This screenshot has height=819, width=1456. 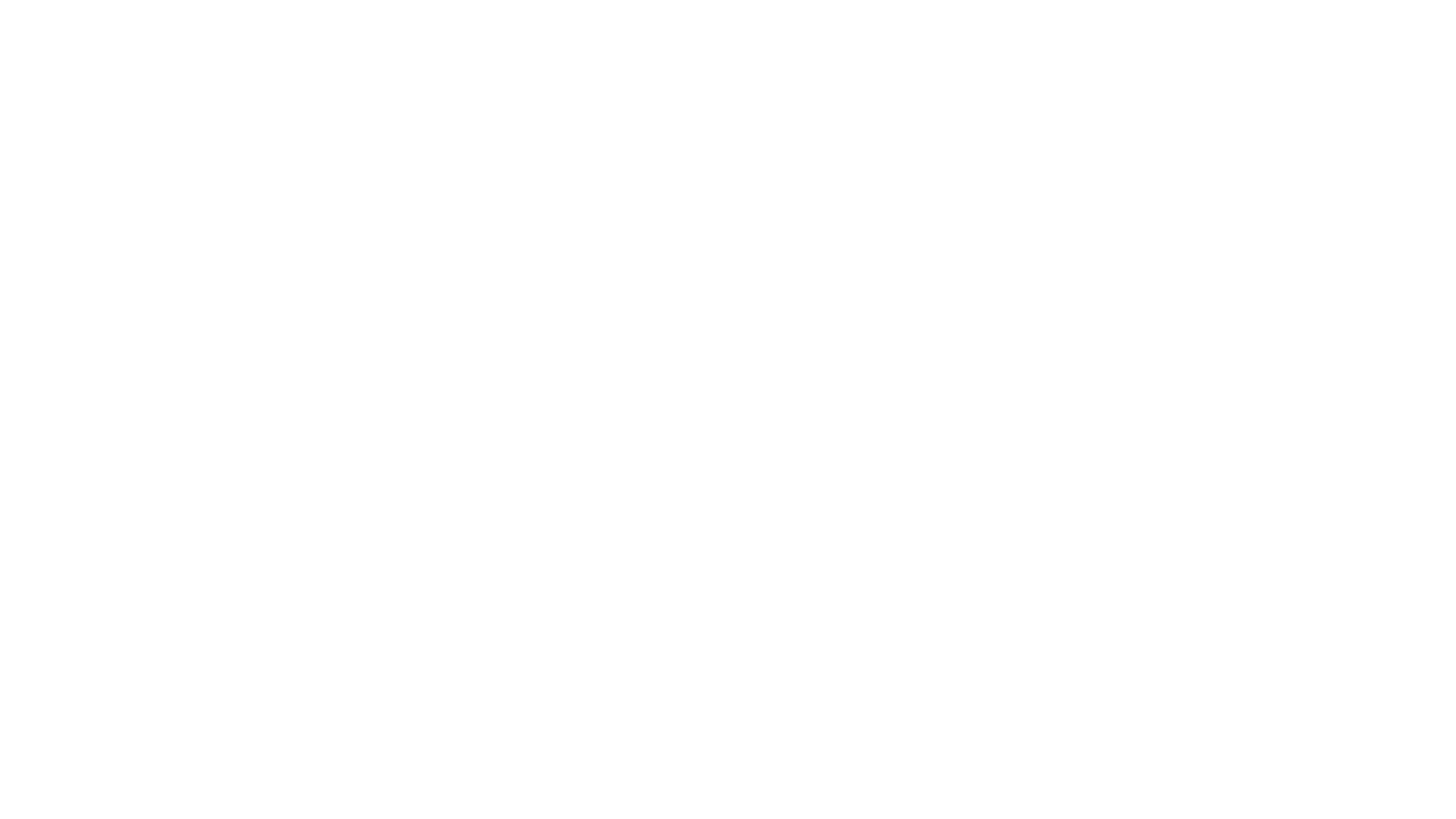 I want to click on BACK TO EPISODES, so click(x=340, y=148).